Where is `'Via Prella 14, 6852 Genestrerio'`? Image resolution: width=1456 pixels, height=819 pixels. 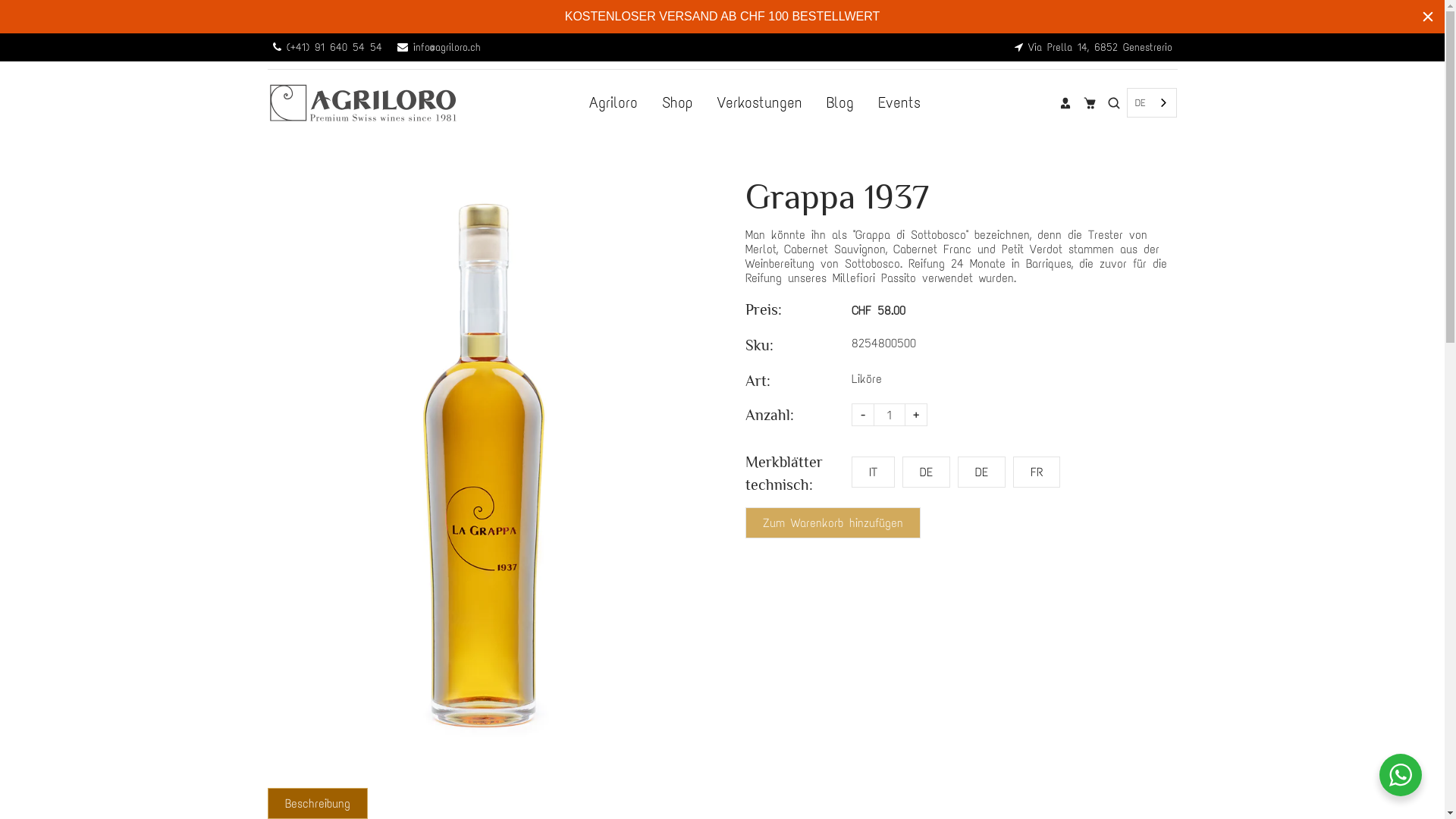 'Via Prella 14, 6852 Genestrerio' is located at coordinates (1093, 46).